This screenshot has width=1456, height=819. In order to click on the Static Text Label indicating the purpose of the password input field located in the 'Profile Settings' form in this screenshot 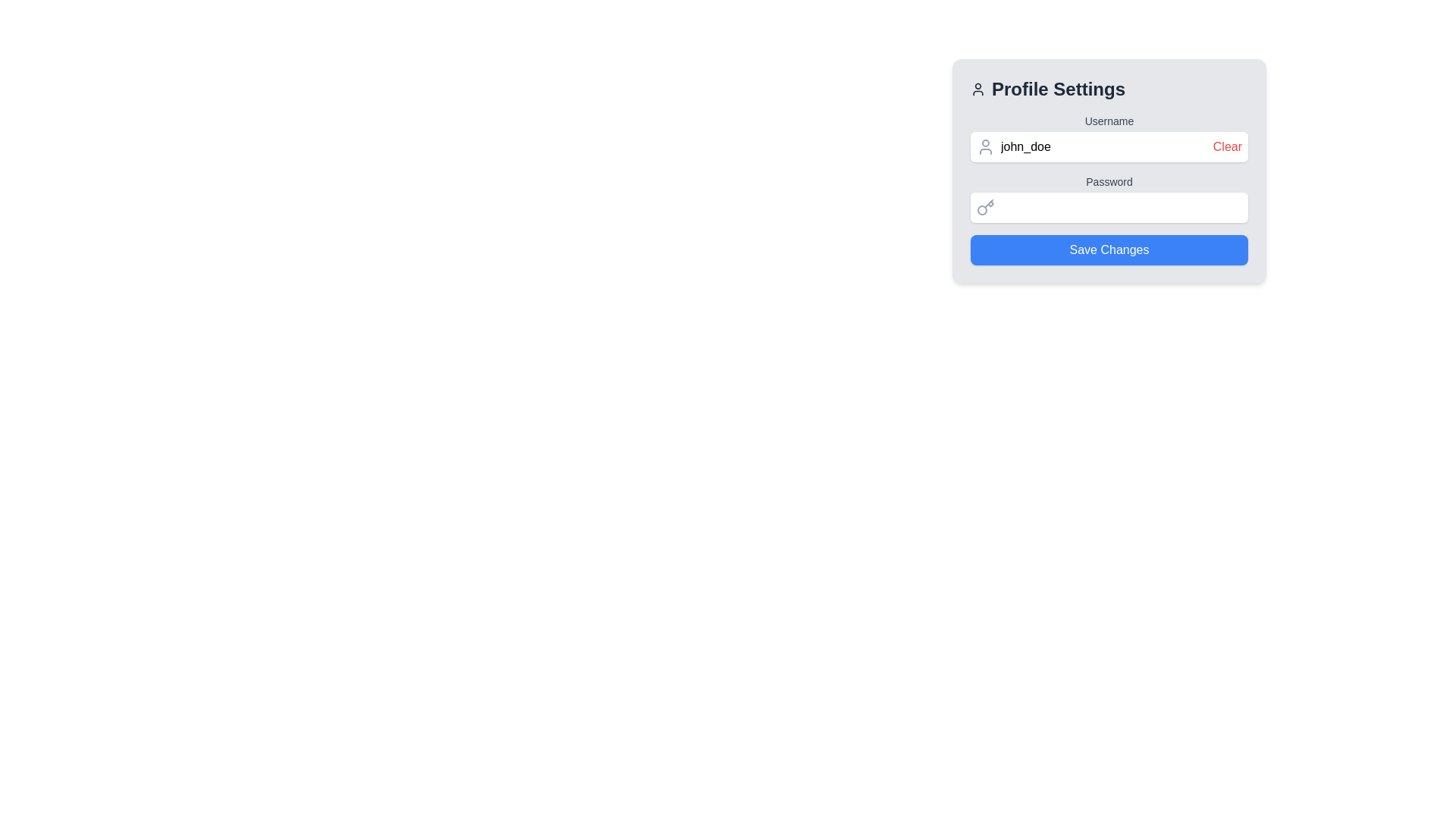, I will do `click(1109, 180)`.